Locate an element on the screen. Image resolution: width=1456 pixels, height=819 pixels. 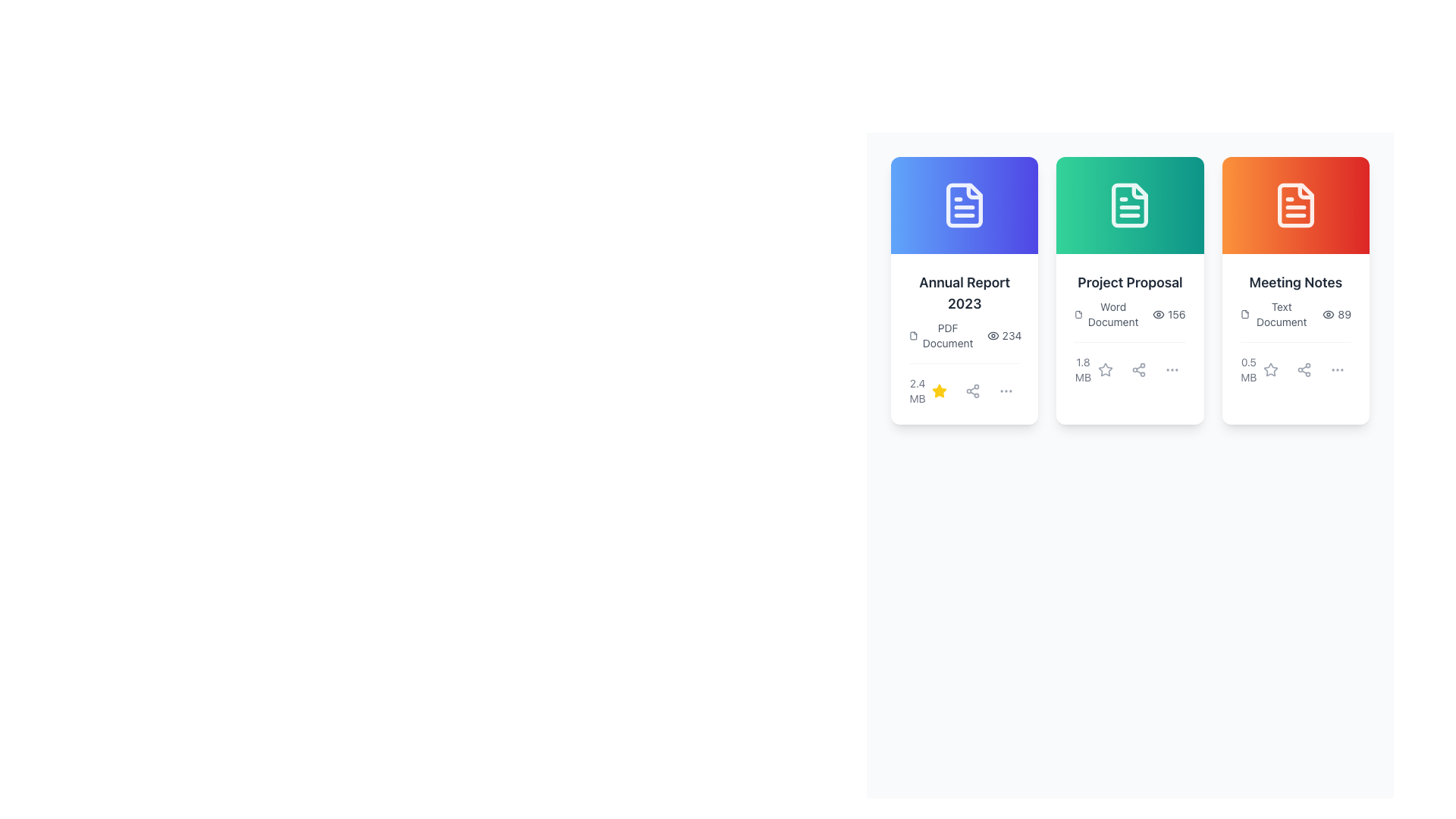
the document icon with a blue background and white lines in the top-left card titled 'Annual Report 2023' is located at coordinates (964, 205).